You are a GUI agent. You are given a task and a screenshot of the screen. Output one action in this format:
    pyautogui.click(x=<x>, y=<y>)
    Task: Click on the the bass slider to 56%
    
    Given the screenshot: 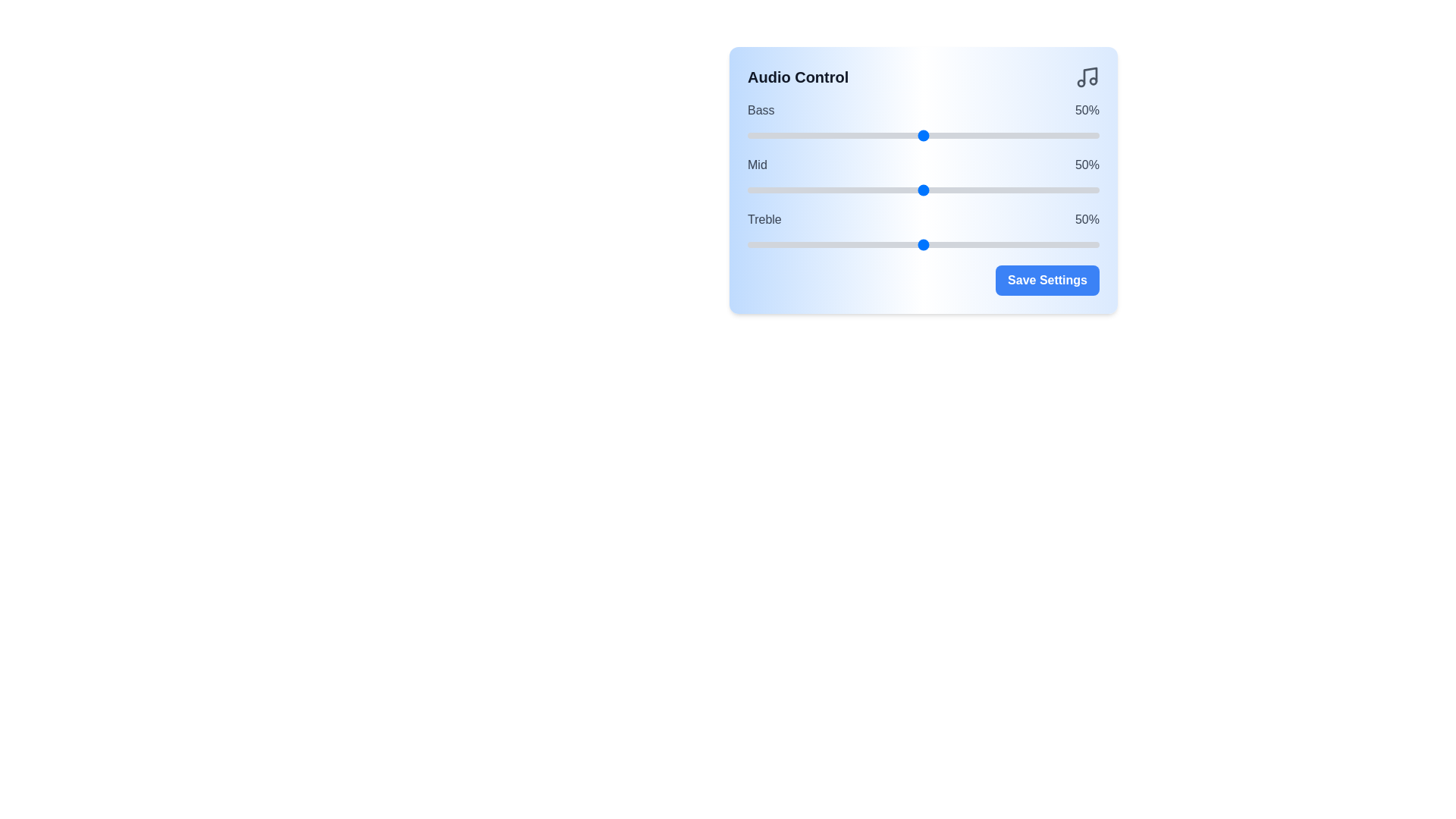 What is the action you would take?
    pyautogui.click(x=943, y=134)
    